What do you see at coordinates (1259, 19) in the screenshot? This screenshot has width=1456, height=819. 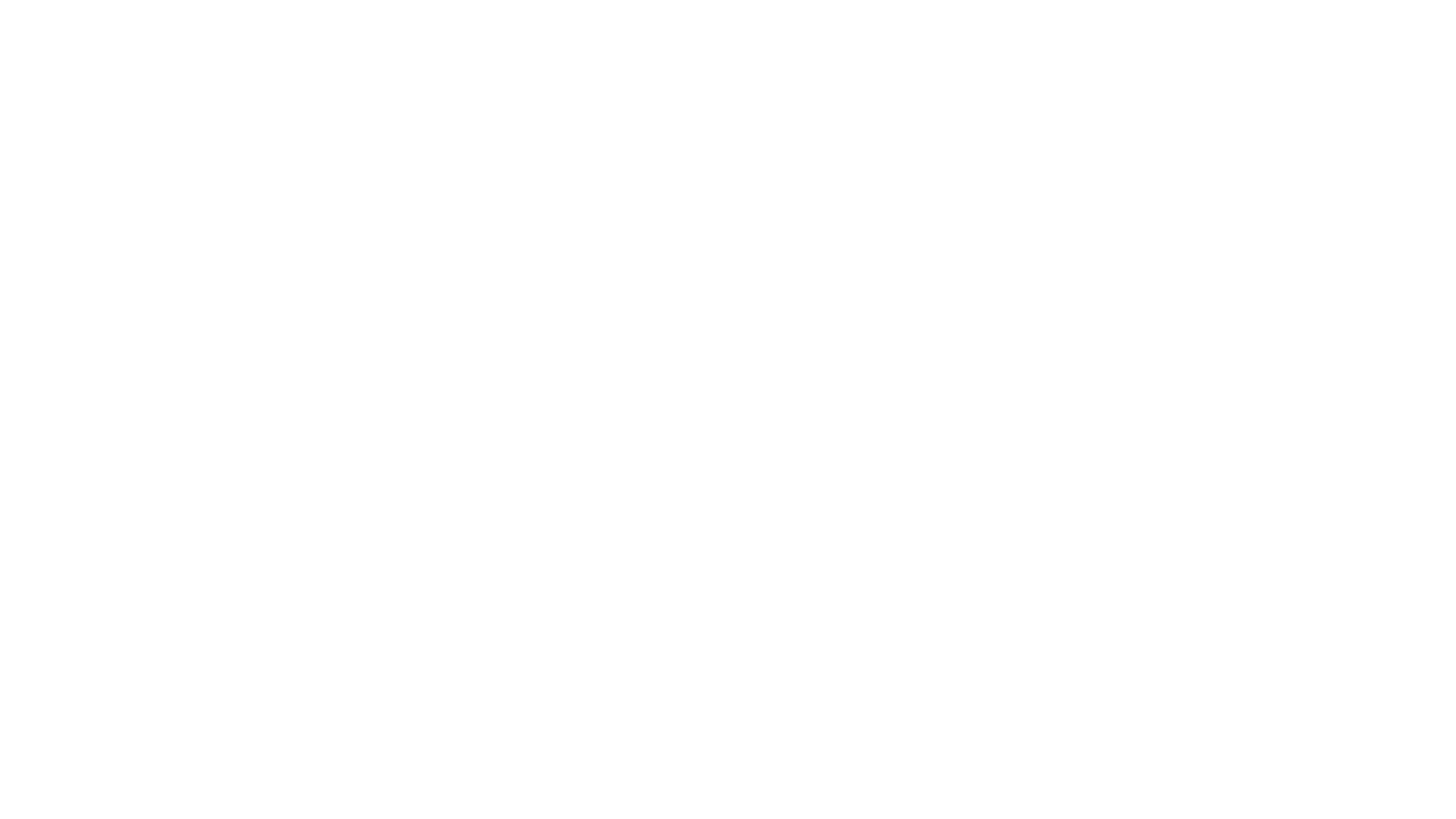 I see `Sign In` at bounding box center [1259, 19].